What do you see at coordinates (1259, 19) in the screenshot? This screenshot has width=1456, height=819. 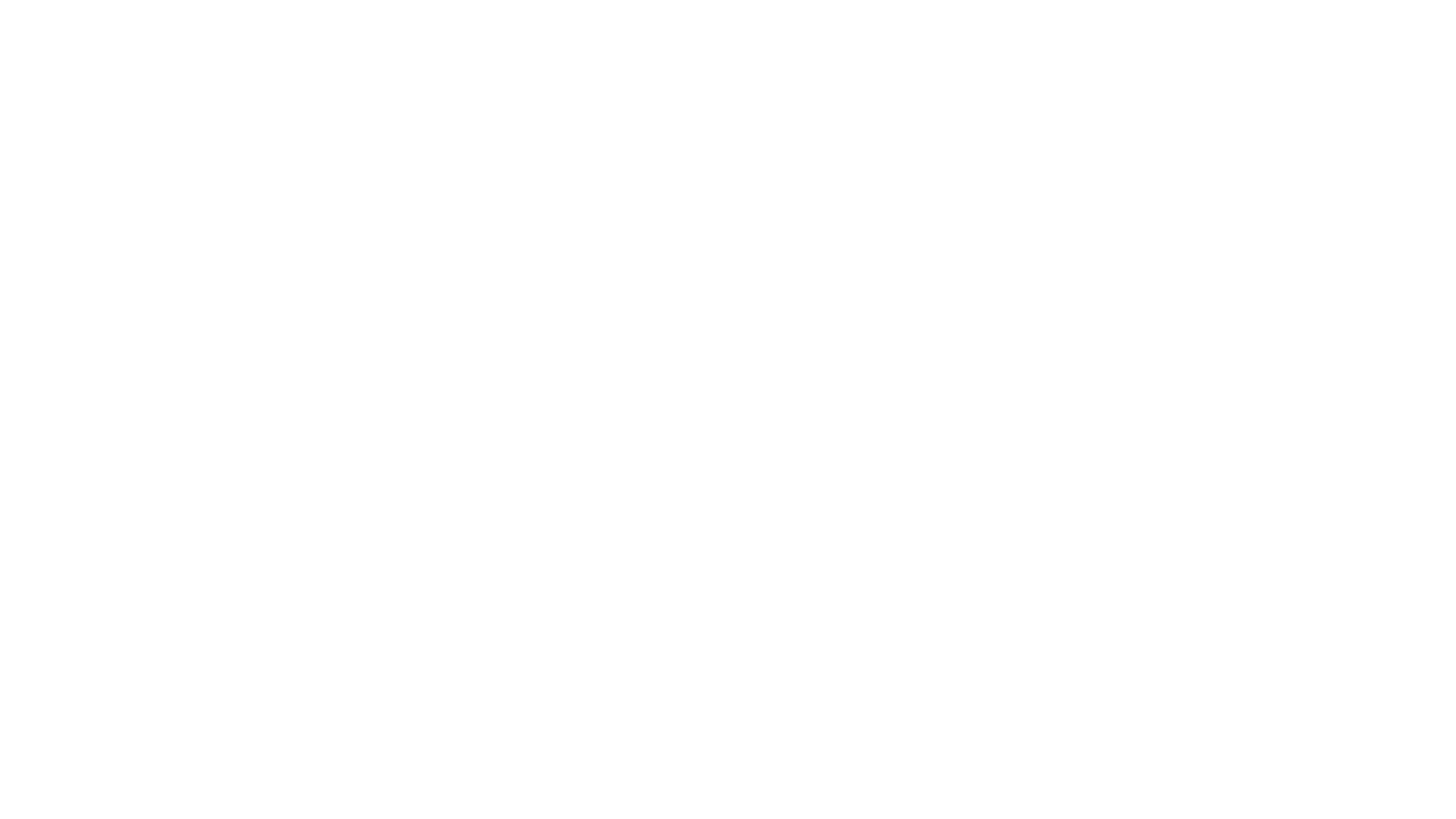 I see `Sign In` at bounding box center [1259, 19].